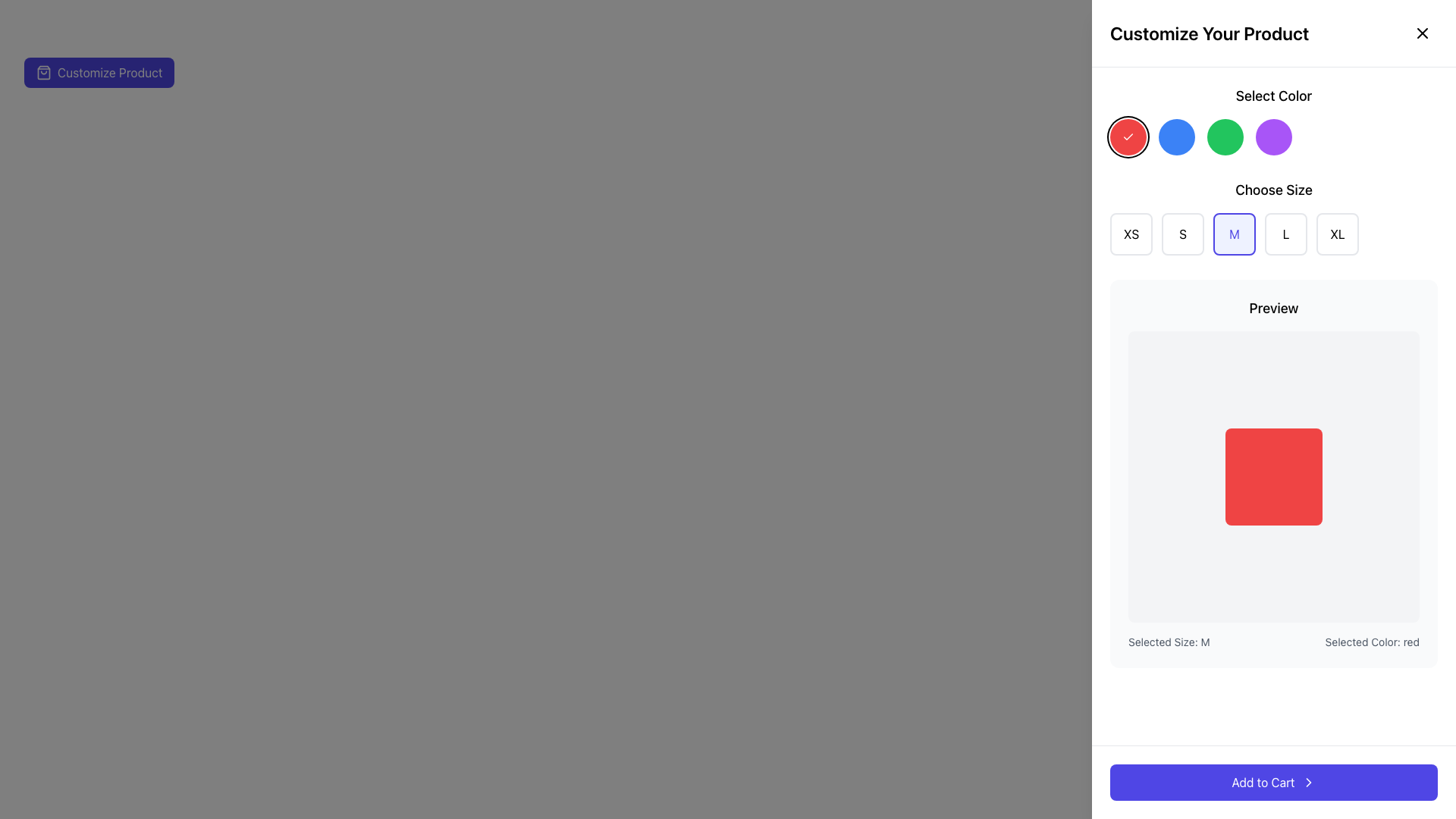  I want to click on the text label displaying 'Selected Size: M', which is located at the bottom left of the selected options preview section, so click(1168, 642).